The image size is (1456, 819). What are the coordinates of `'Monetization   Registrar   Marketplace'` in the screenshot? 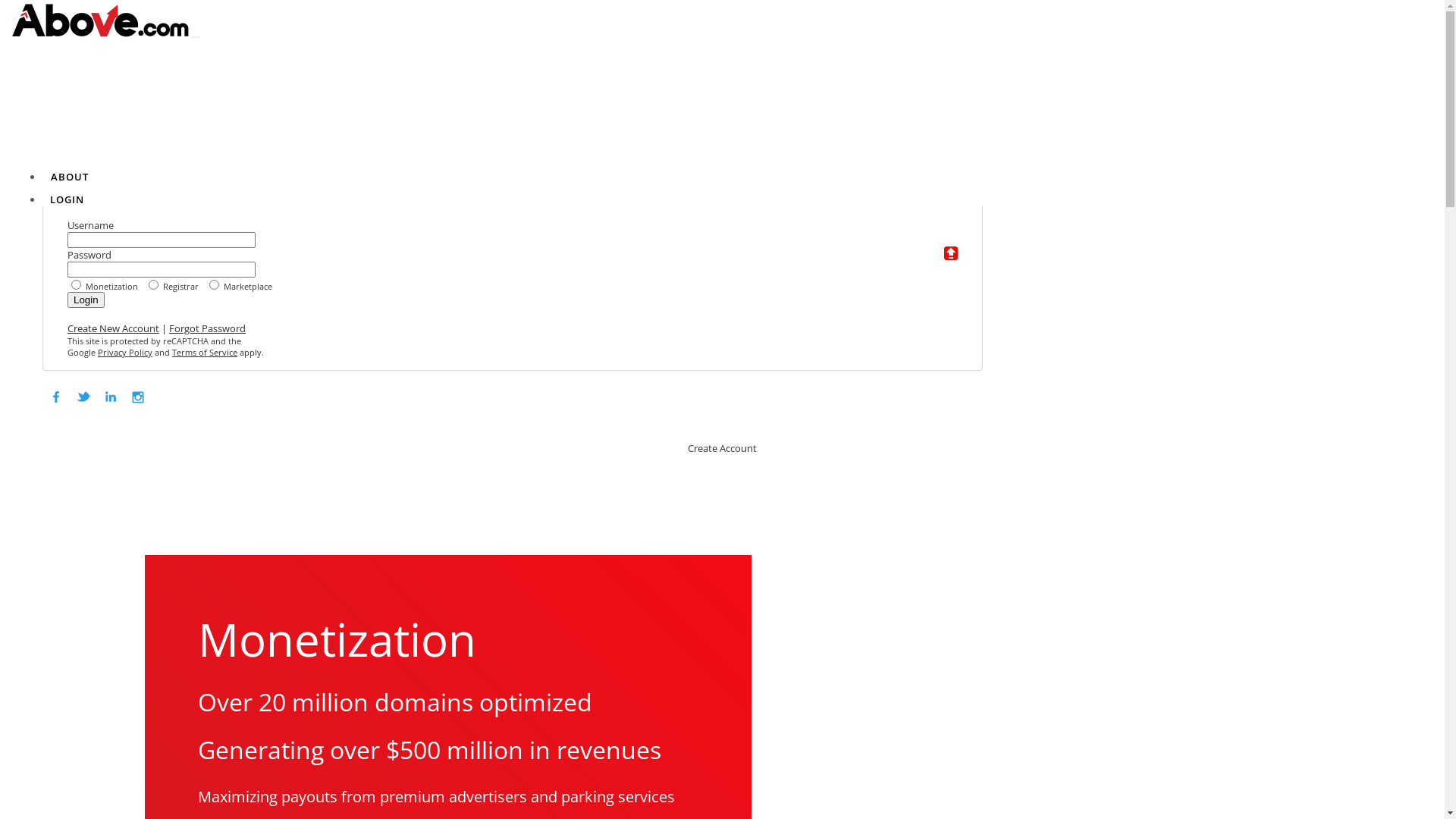 It's located at (67, 284).